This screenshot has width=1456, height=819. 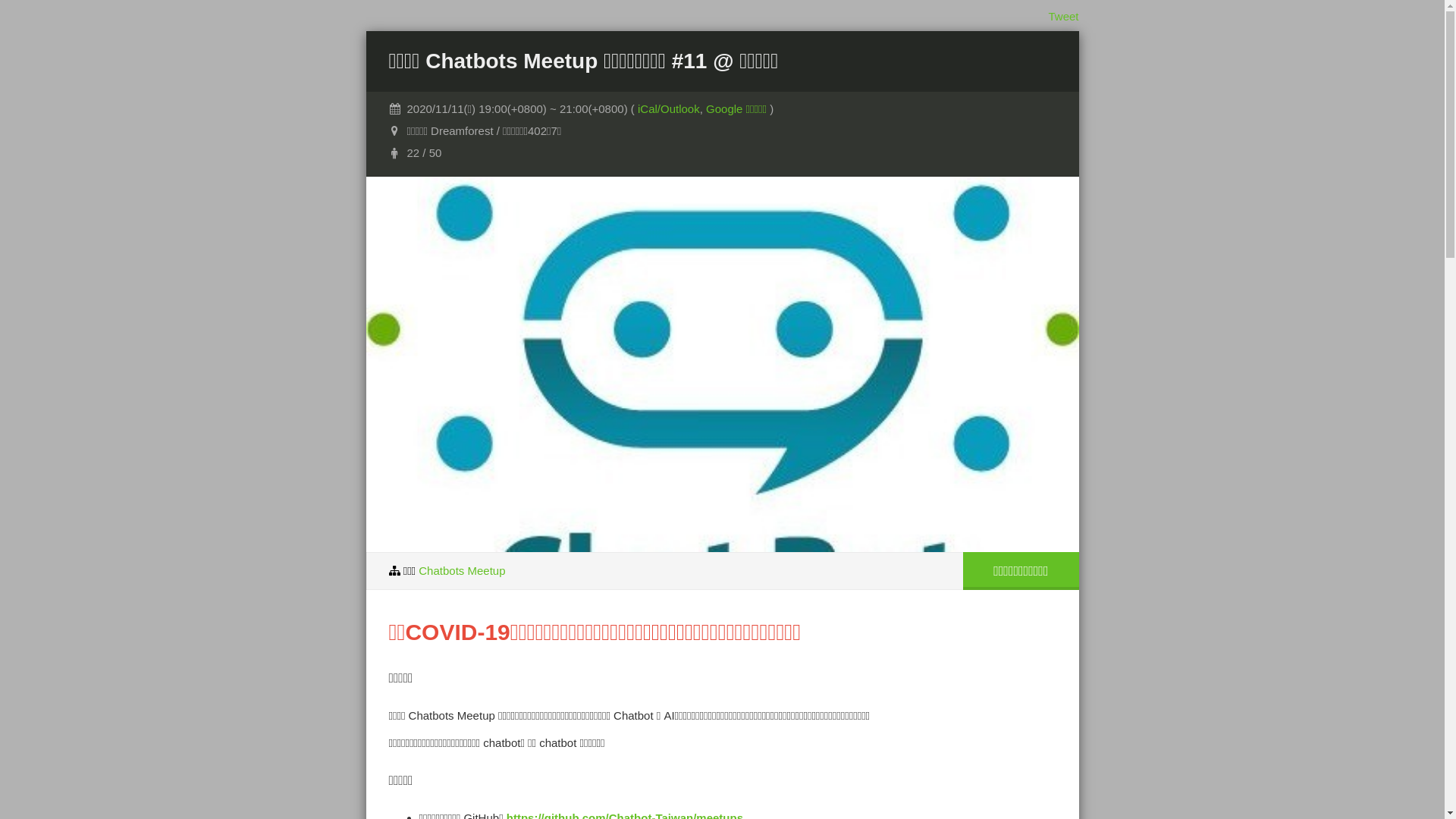 What do you see at coordinates (419, 570) in the screenshot?
I see `'Chatbots Meetup'` at bounding box center [419, 570].